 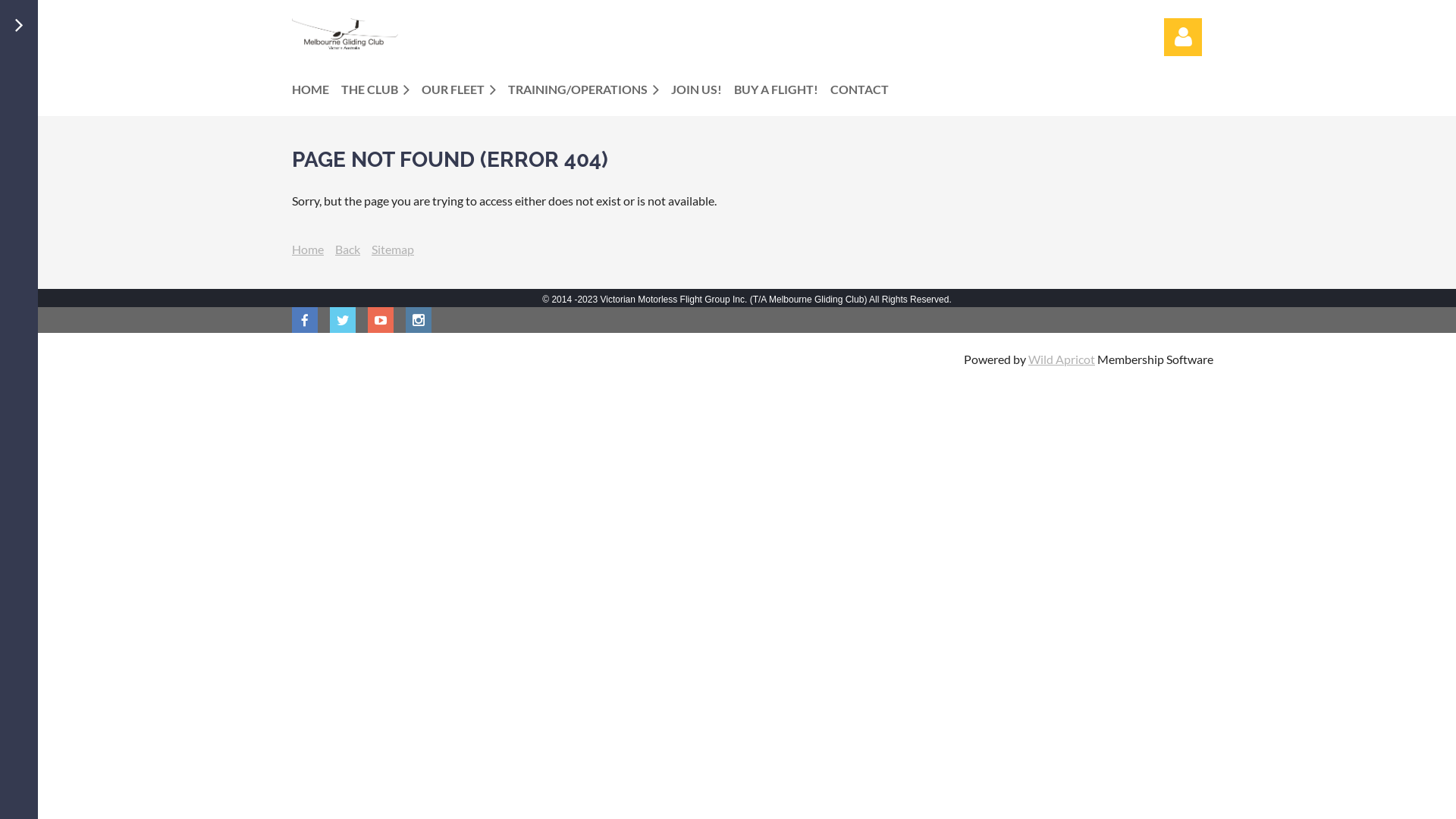 I want to click on 'Log in', so click(x=1182, y=36).